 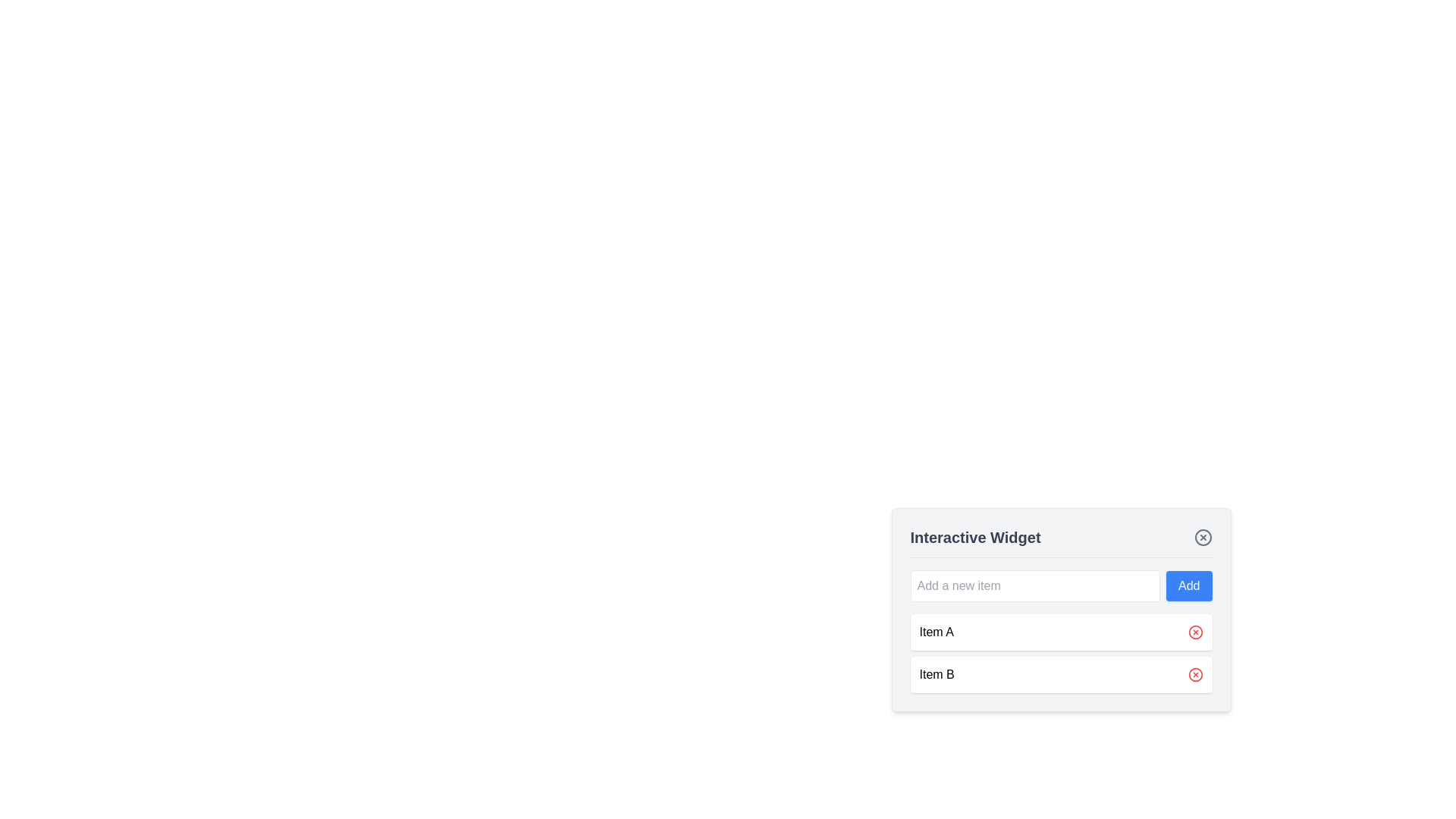 What do you see at coordinates (1202, 537) in the screenshot?
I see `the close button located at the top-right corner of the 'Interactive Widget' panel for keyboard interaction` at bounding box center [1202, 537].